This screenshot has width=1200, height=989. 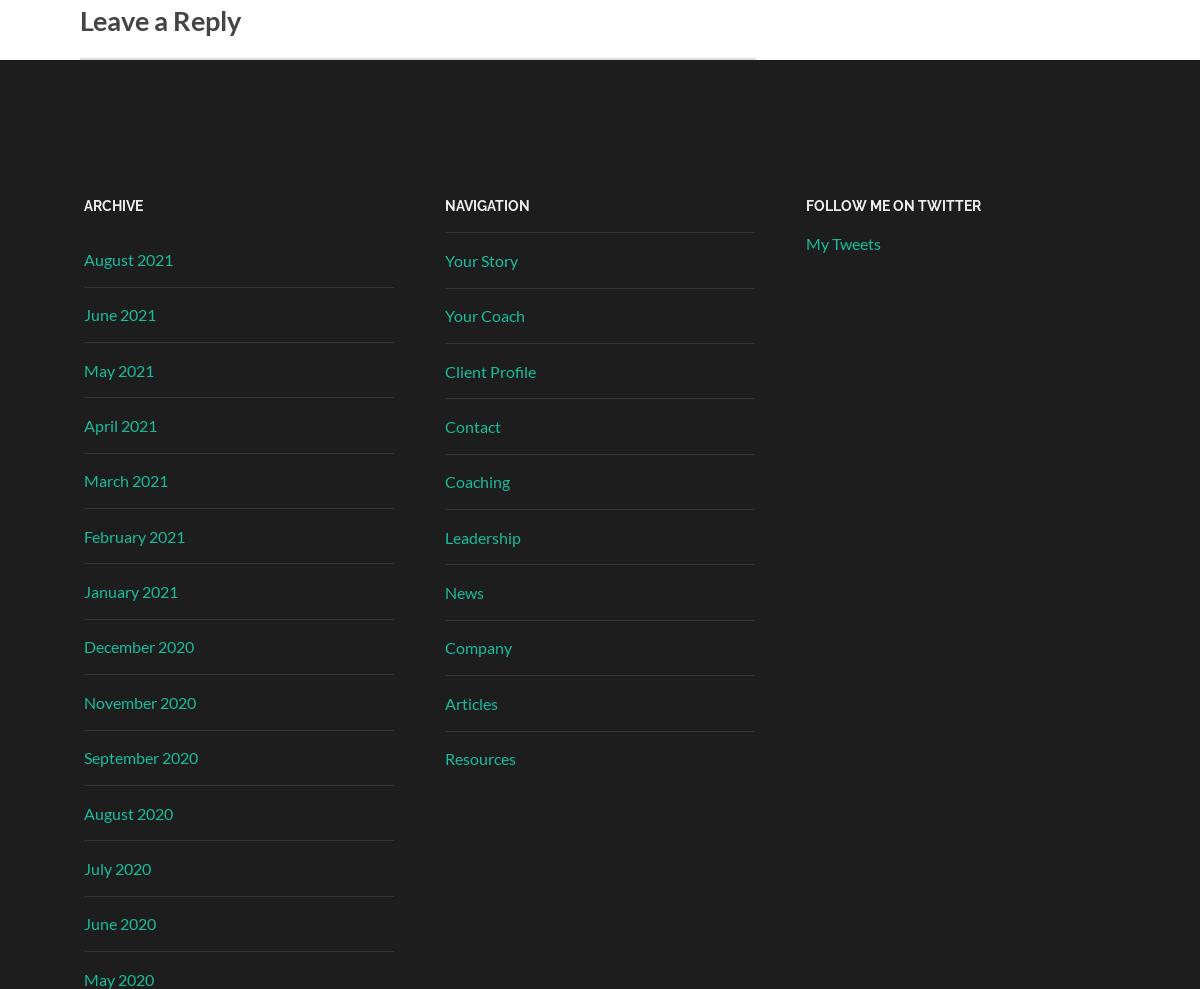 What do you see at coordinates (120, 424) in the screenshot?
I see `'April 2021'` at bounding box center [120, 424].